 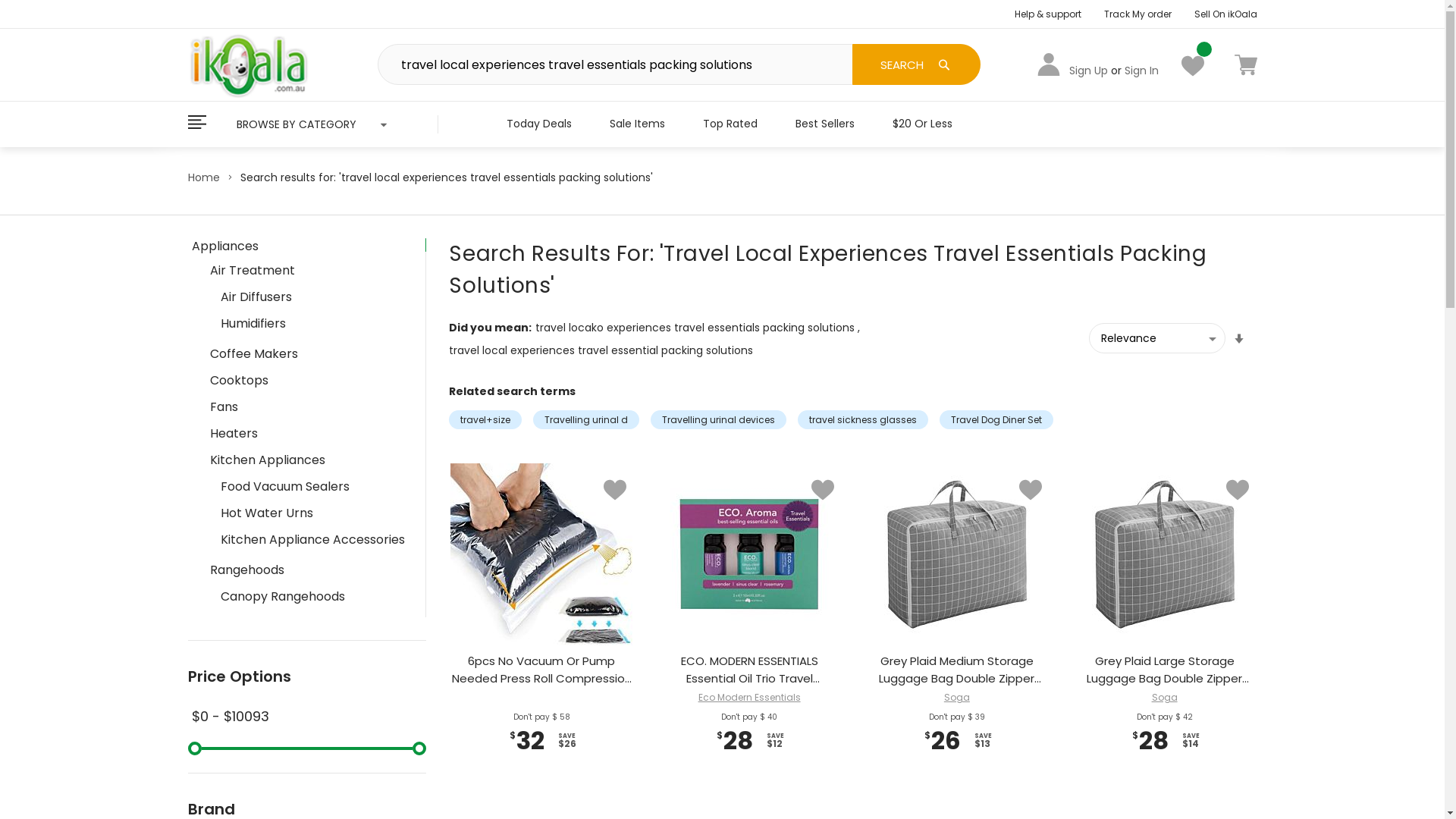 I want to click on 'Kitchen Appliances', so click(x=309, y=458).